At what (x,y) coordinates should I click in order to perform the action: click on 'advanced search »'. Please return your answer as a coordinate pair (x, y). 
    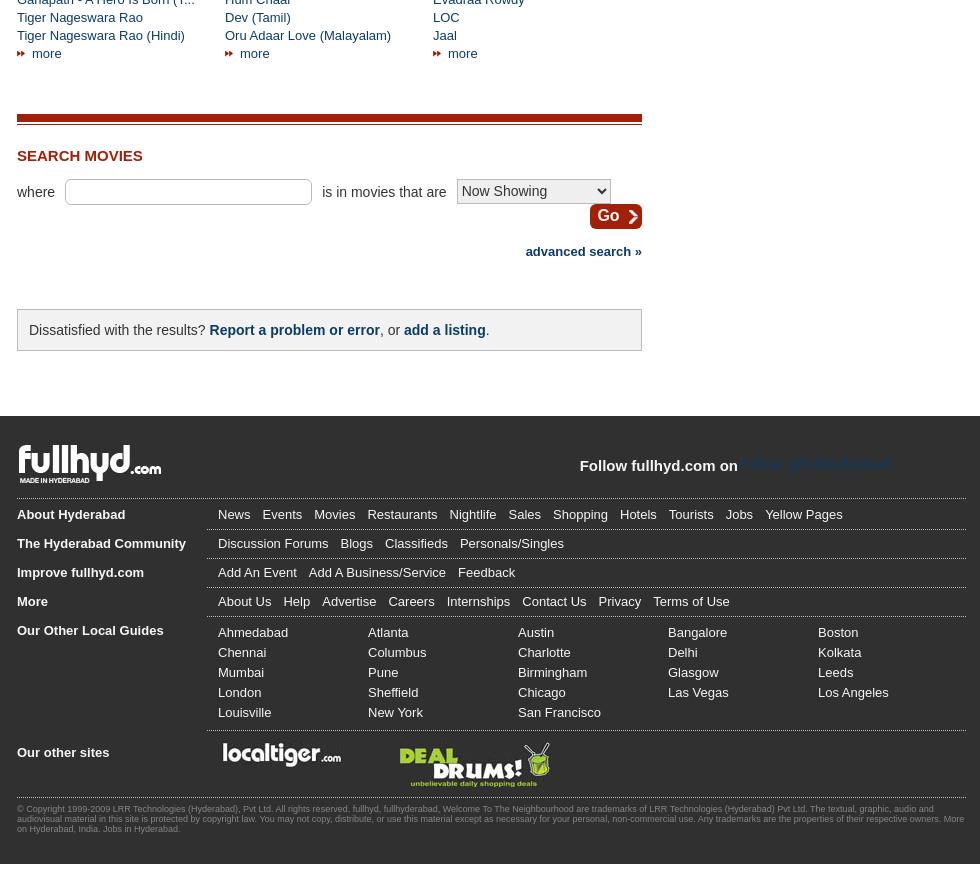
    Looking at the image, I should click on (583, 250).